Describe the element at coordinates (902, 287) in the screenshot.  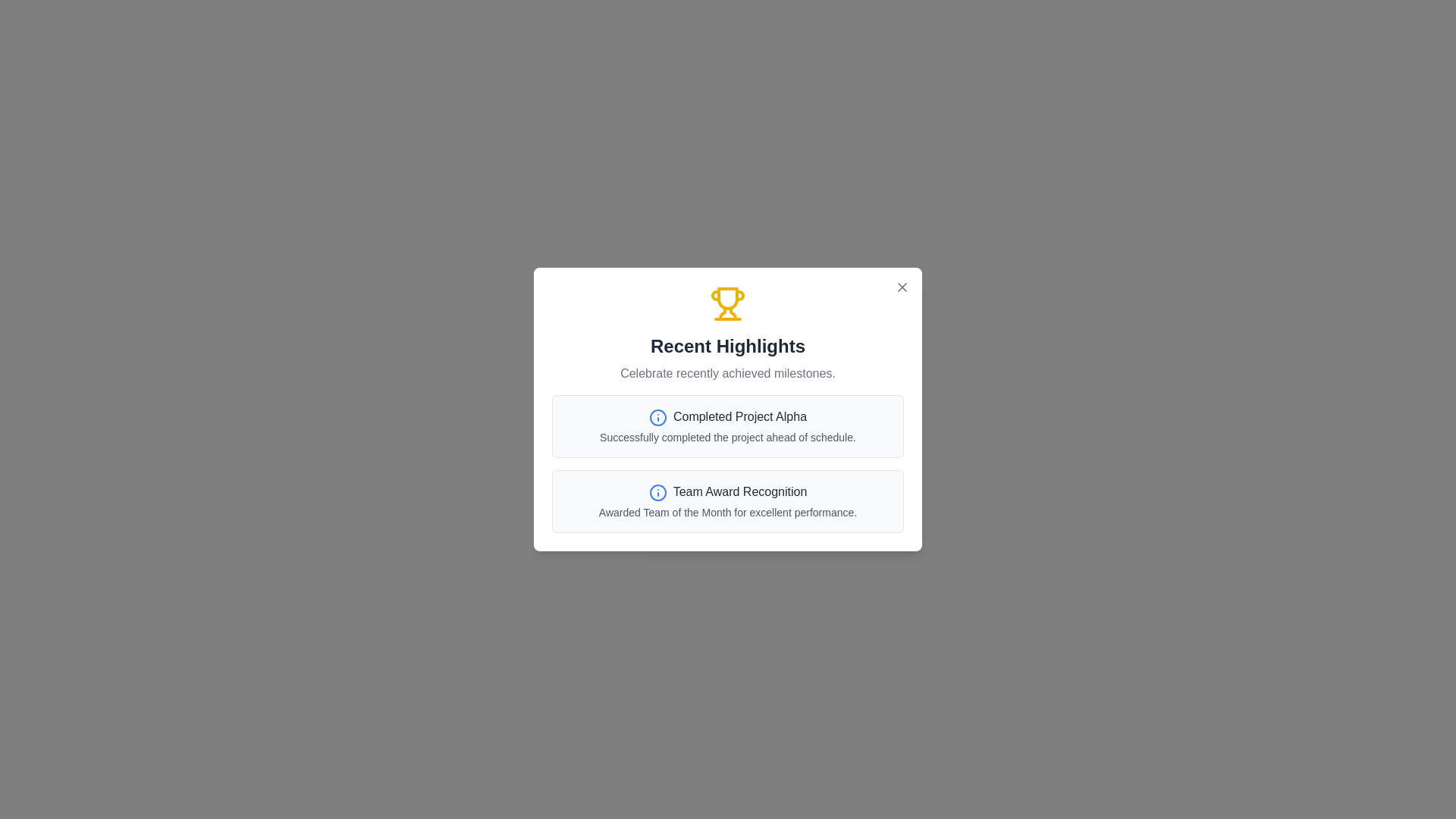
I see `the 'X' icon located in the top-right corner of the dialog box` at that location.